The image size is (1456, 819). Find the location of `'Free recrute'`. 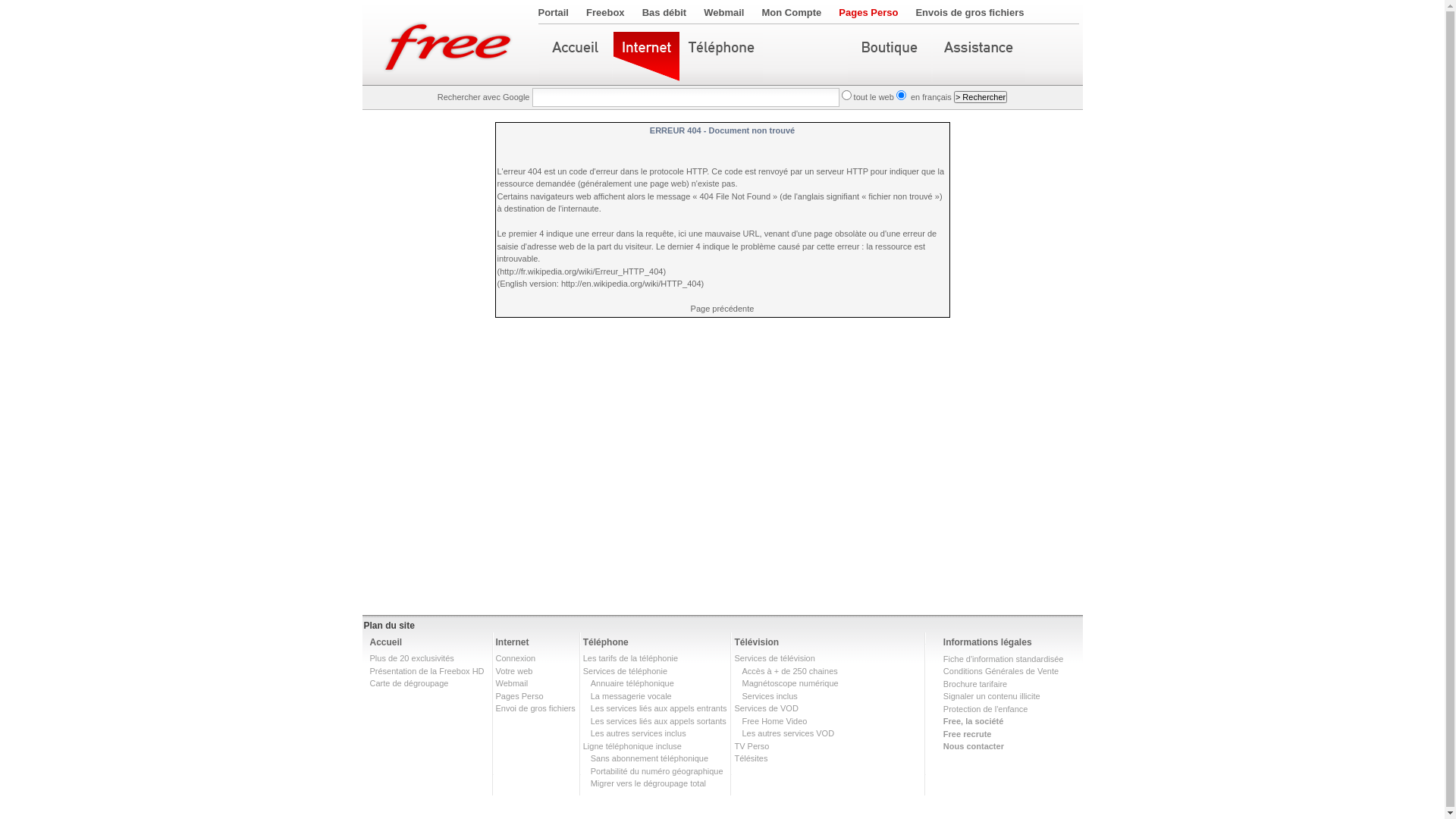

'Free recrute' is located at coordinates (967, 733).